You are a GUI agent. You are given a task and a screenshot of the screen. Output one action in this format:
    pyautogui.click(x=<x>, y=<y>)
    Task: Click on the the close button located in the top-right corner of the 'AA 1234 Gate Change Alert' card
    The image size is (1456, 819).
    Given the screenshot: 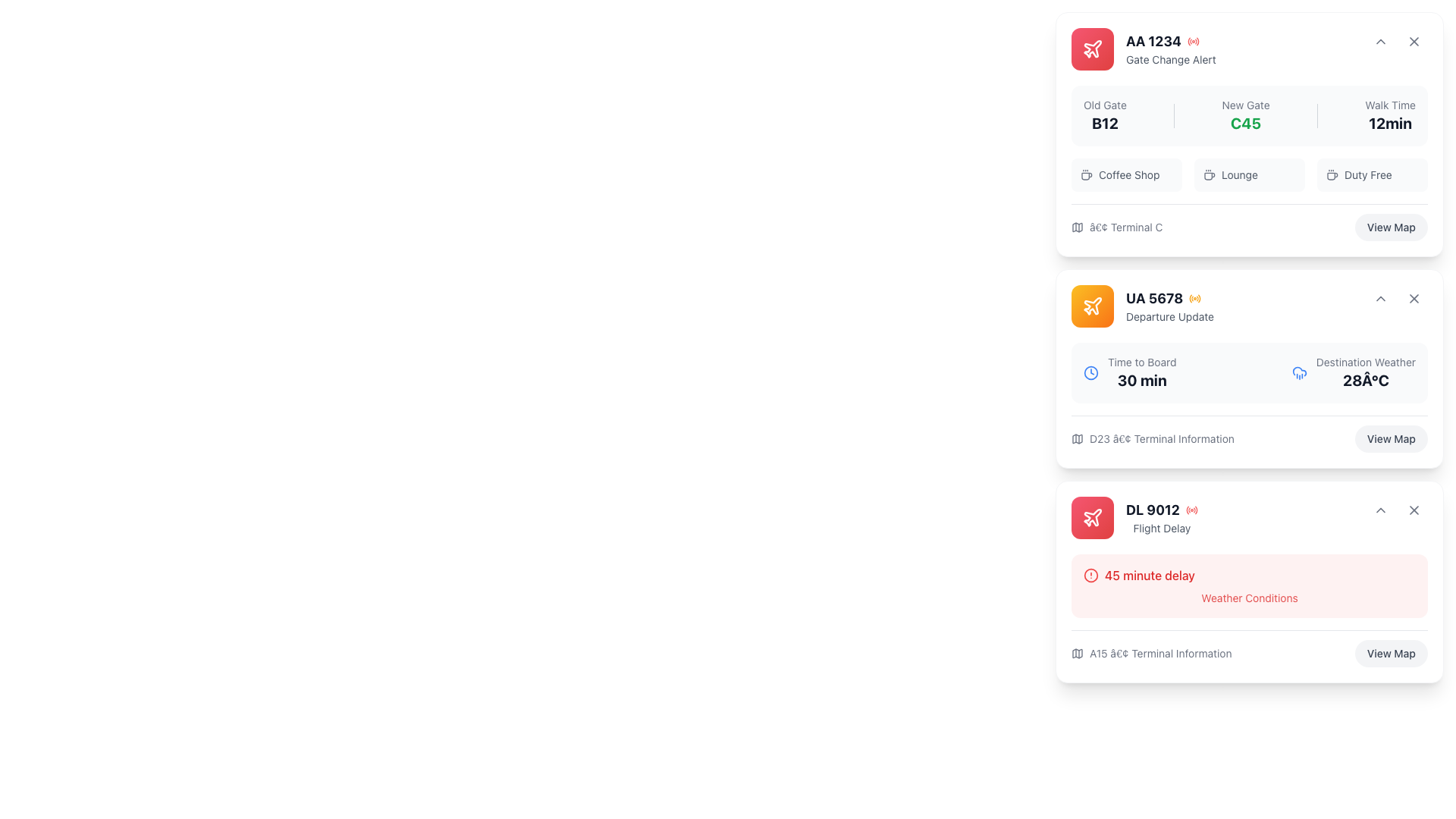 What is the action you would take?
    pyautogui.click(x=1414, y=40)
    